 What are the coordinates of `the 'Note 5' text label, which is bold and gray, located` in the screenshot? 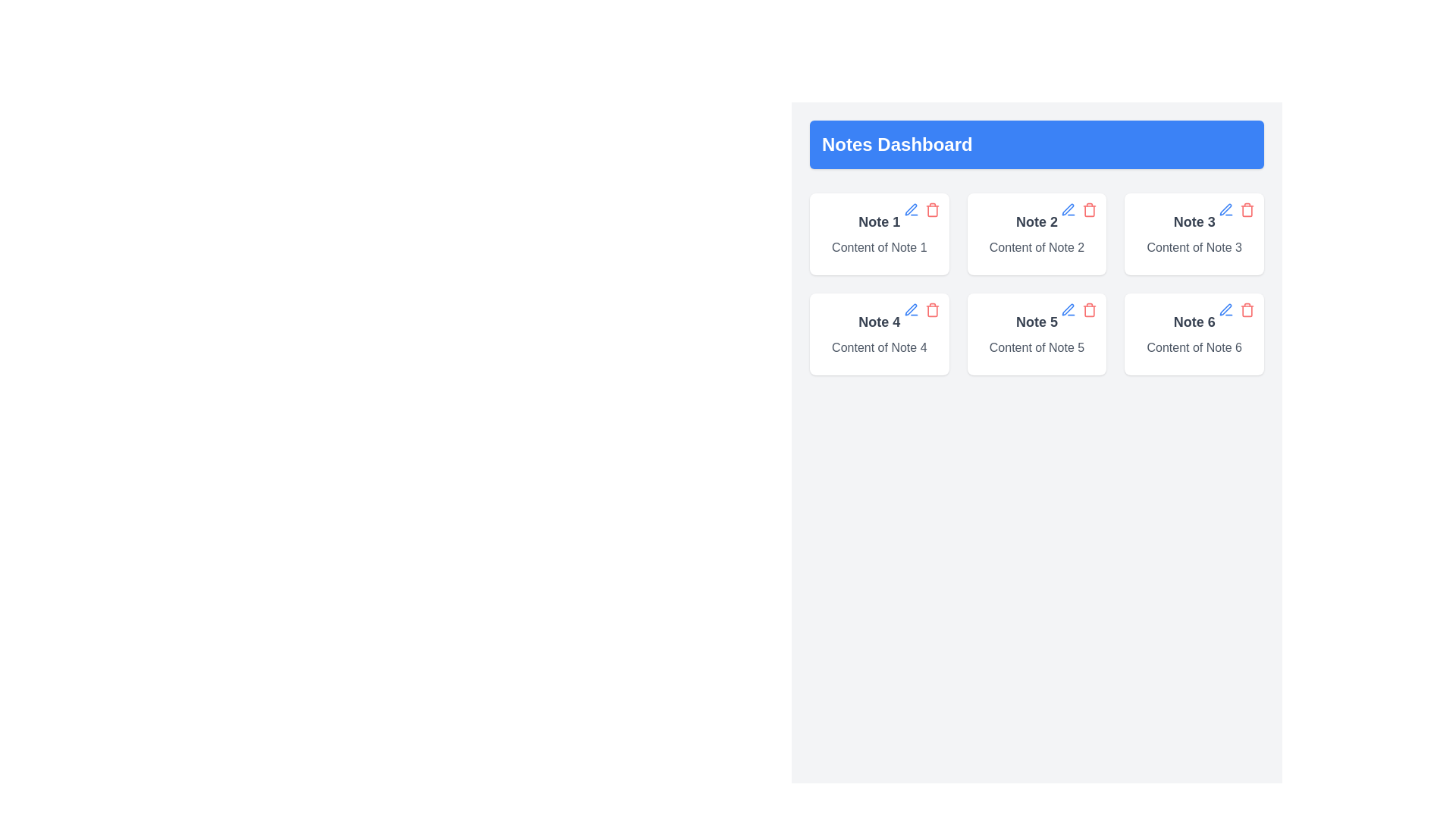 It's located at (1036, 321).